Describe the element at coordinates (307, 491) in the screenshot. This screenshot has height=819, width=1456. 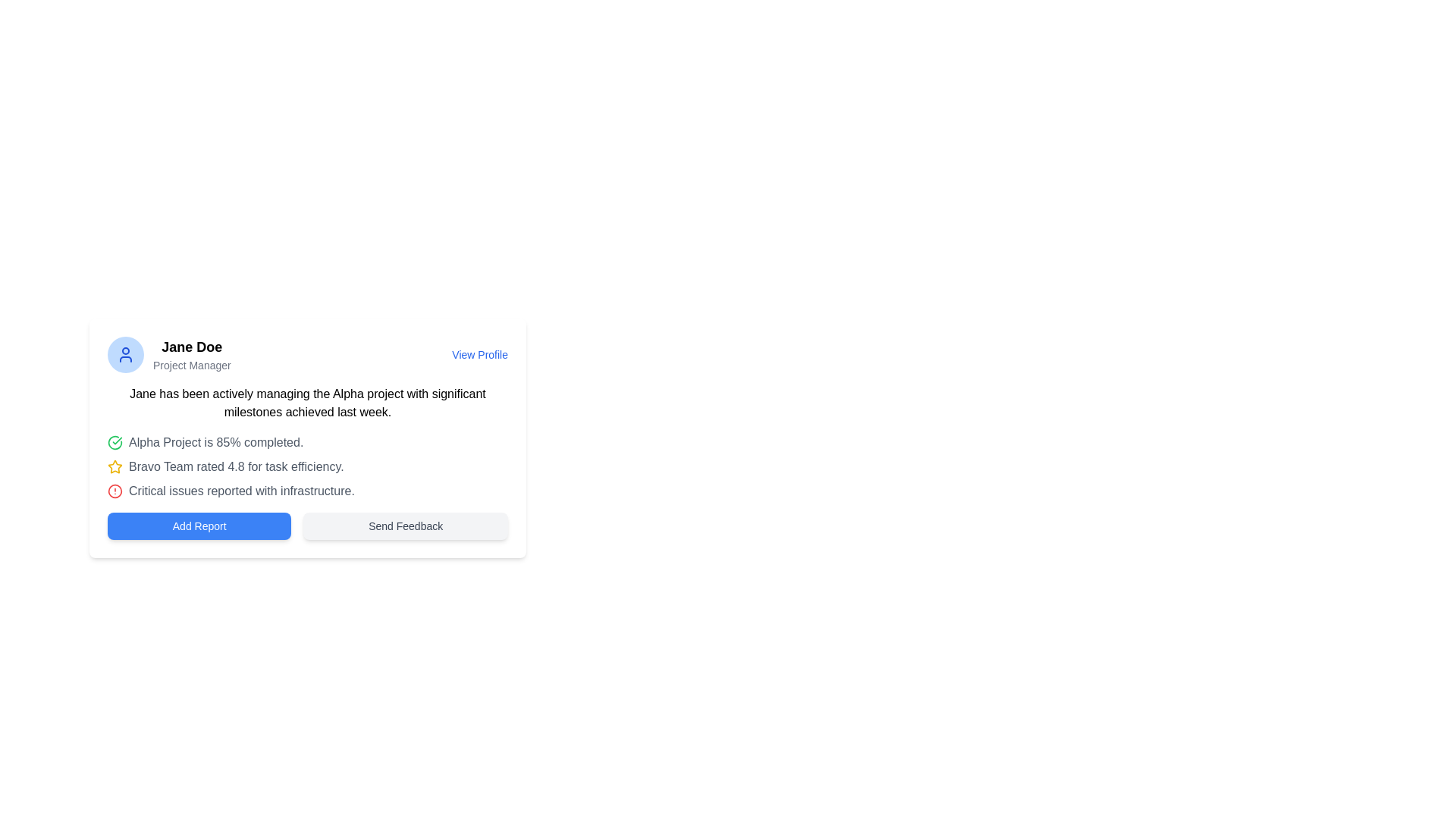
I see `informational text element that displays a red warning icon followed by the text 'Critical issues reported with infrastructure.'` at that location.